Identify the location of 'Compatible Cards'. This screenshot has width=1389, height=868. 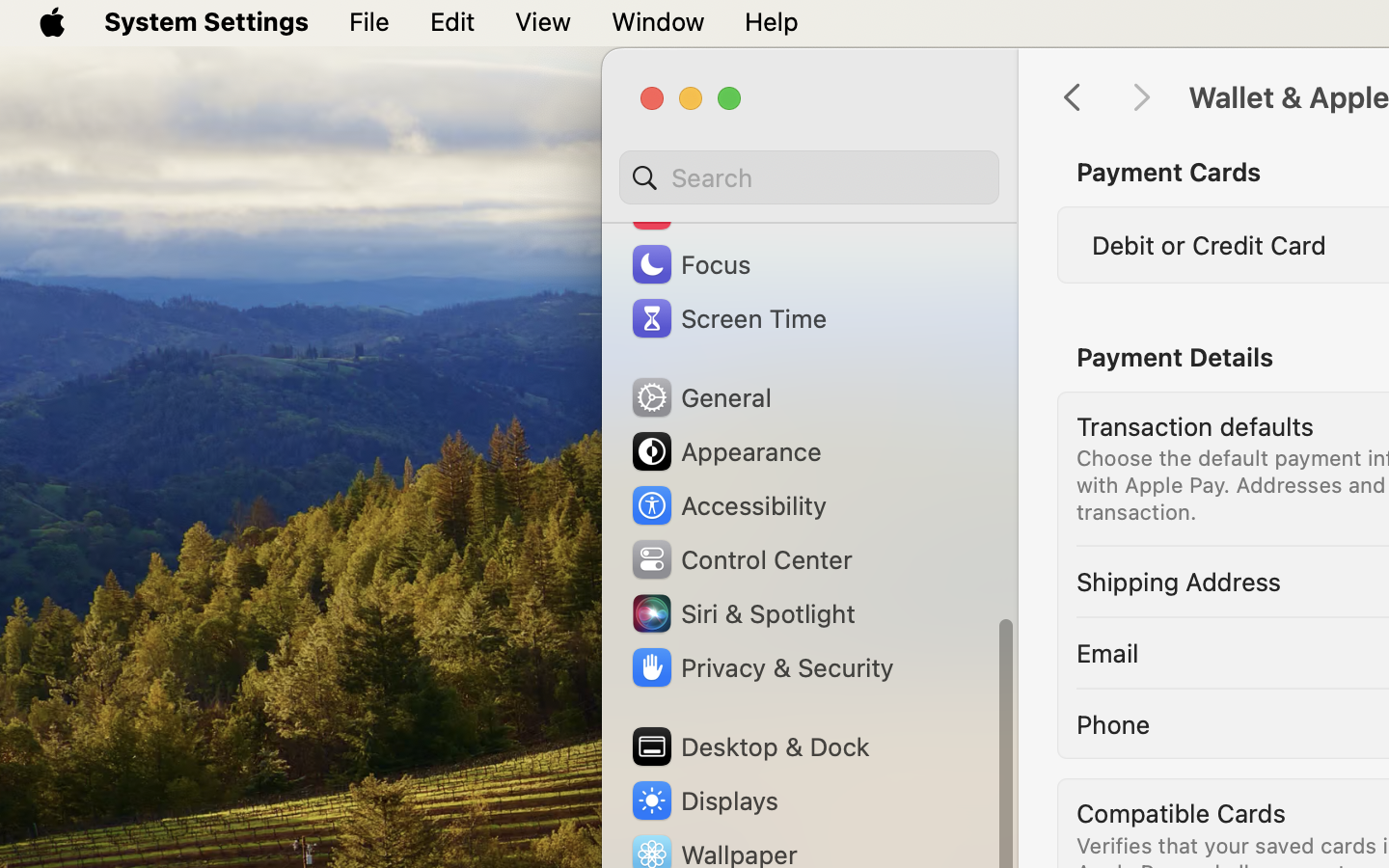
(1181, 812).